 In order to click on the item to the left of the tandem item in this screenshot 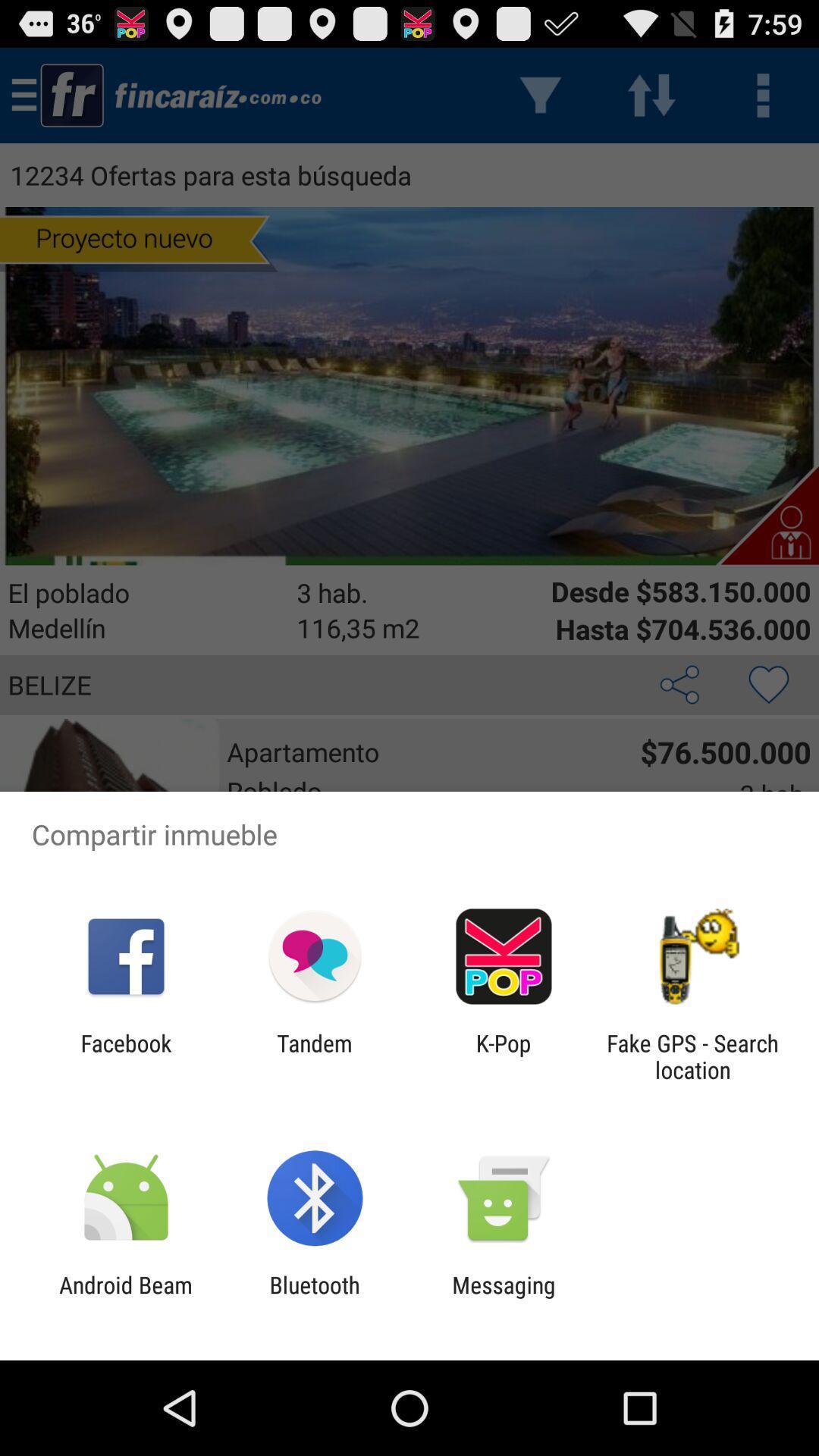, I will do `click(125, 1056)`.